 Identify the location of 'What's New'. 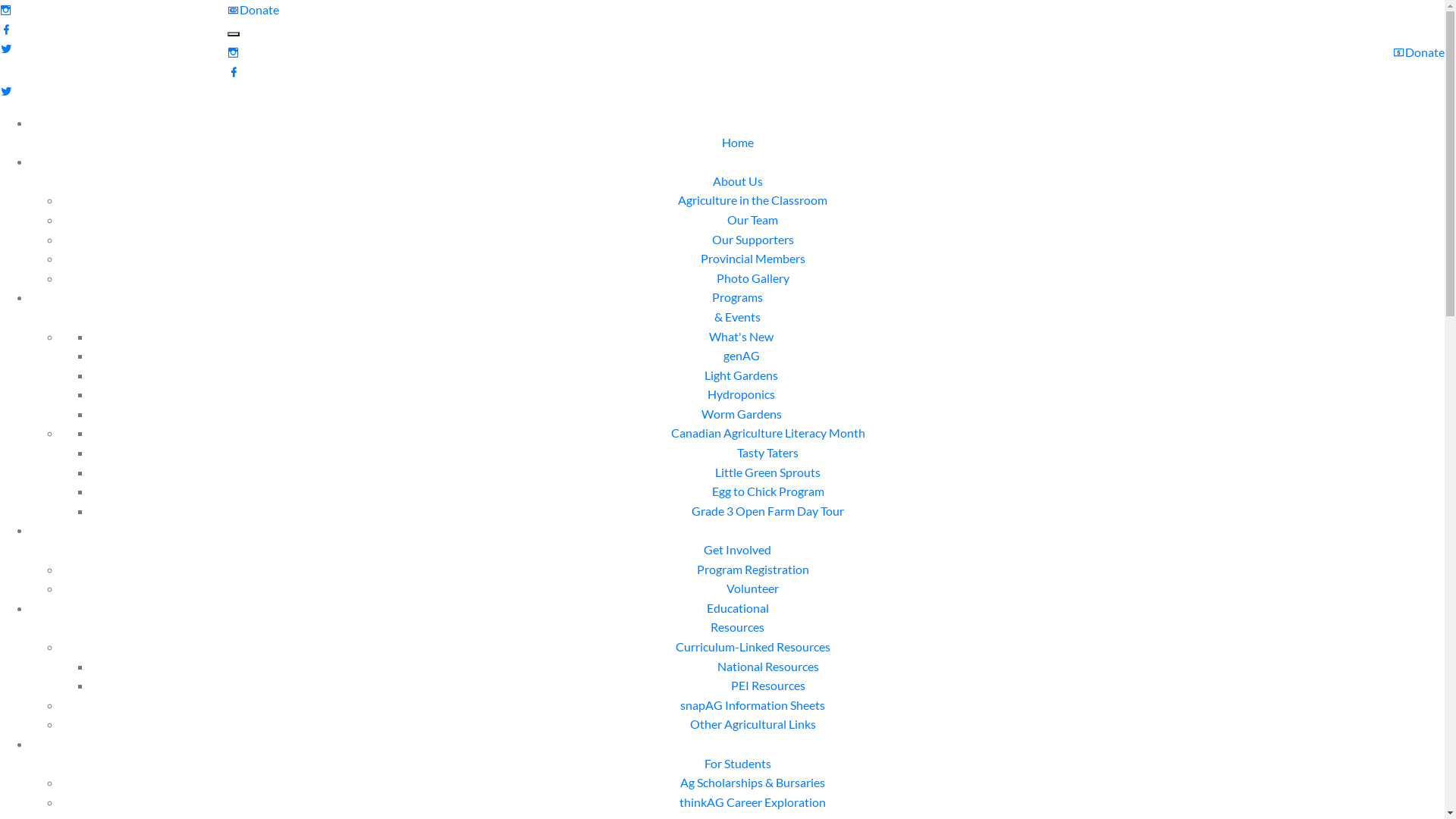
(741, 335).